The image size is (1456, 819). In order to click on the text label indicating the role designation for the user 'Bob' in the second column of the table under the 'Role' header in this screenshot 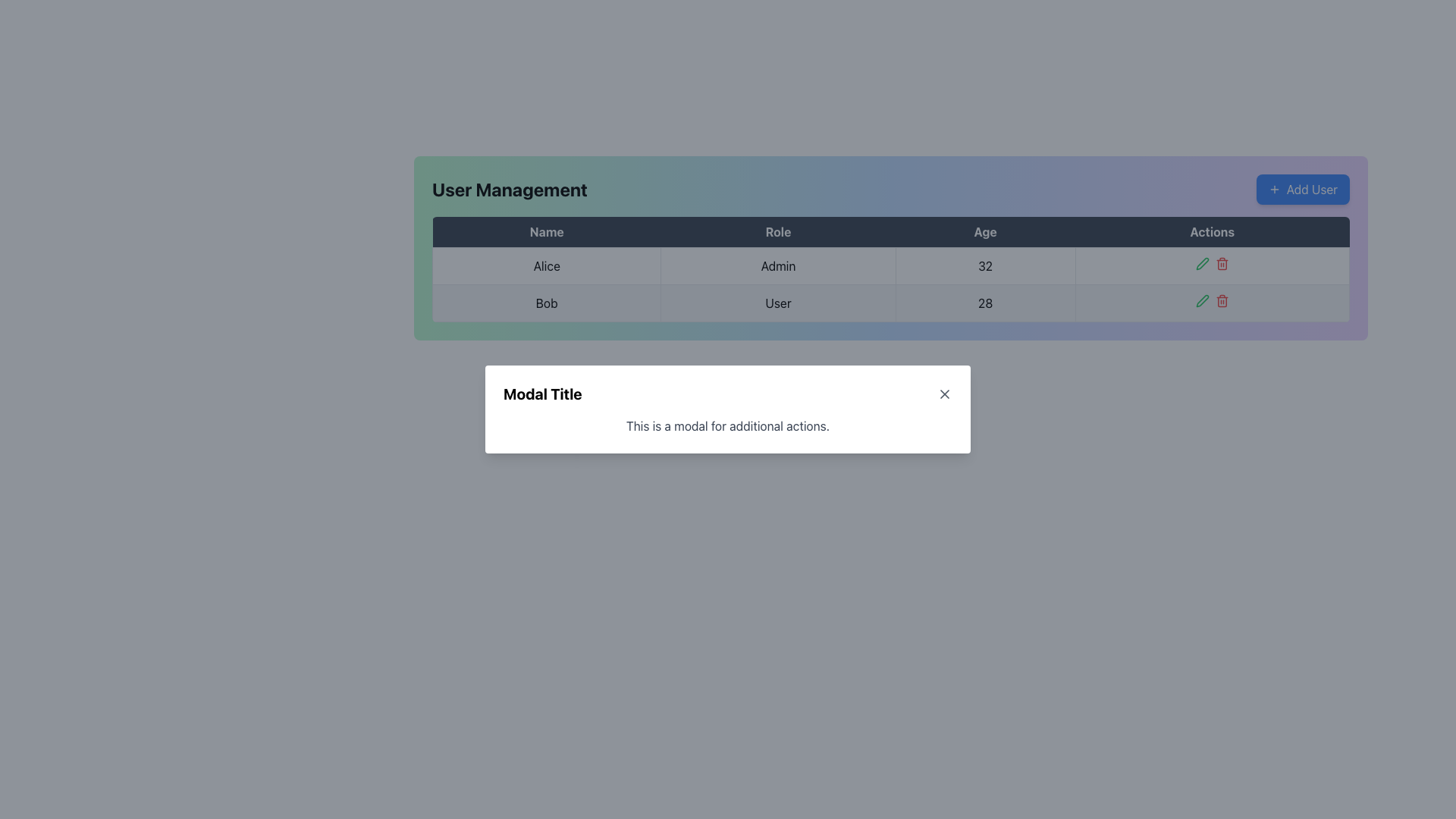, I will do `click(778, 303)`.